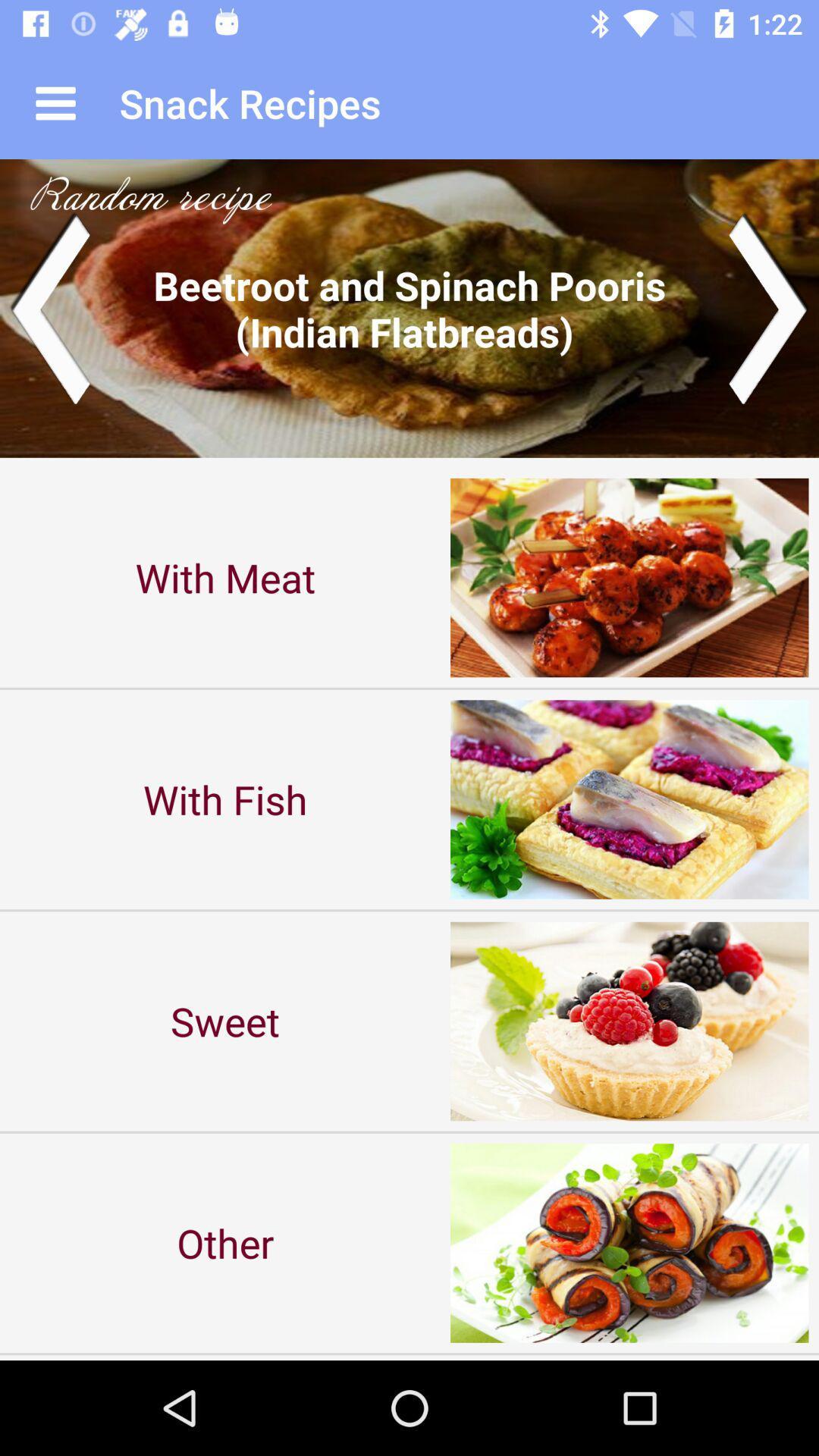 The image size is (819, 1456). I want to click on sweet, so click(225, 1021).